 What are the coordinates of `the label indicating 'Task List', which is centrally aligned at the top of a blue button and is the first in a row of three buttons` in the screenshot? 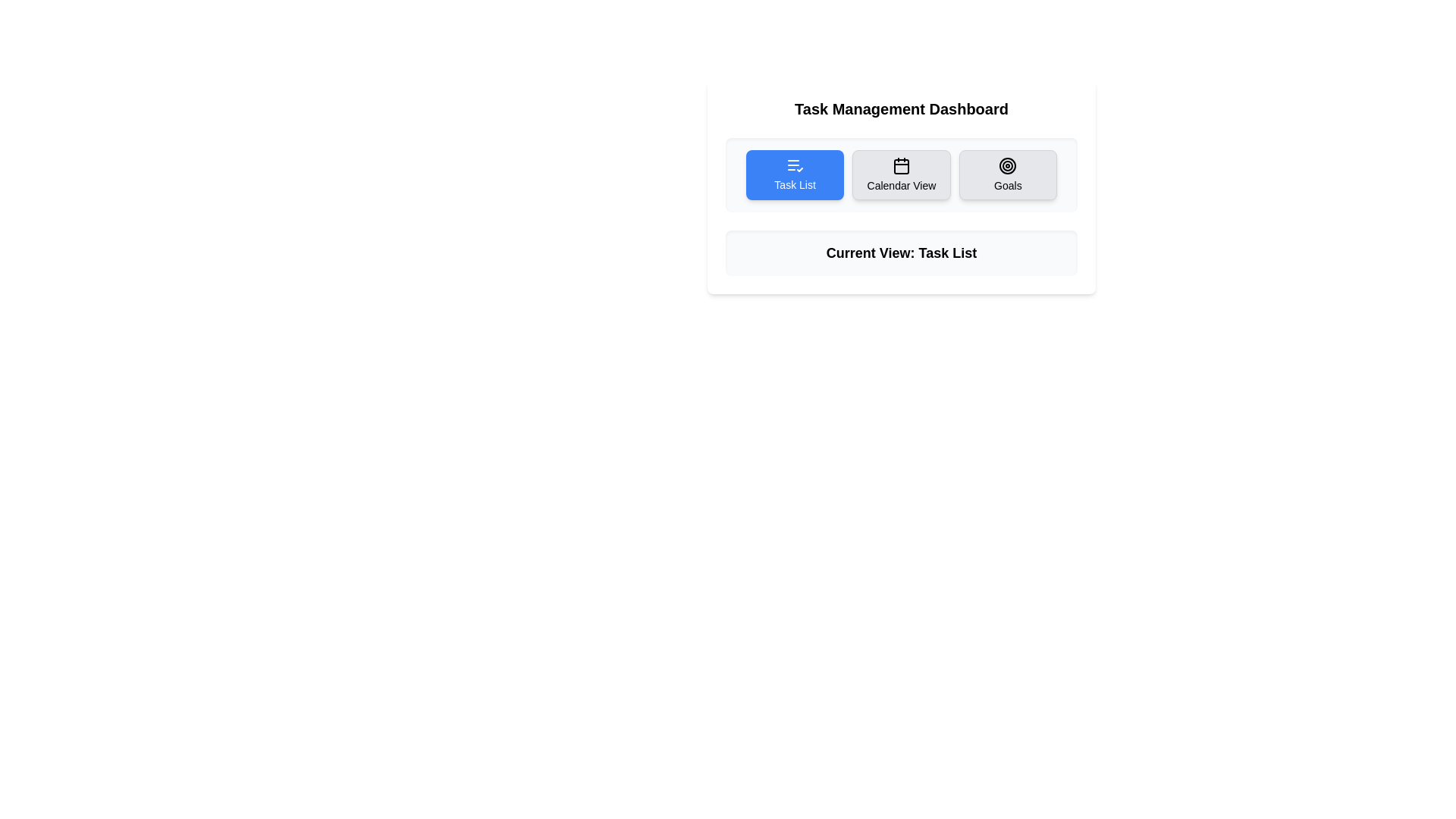 It's located at (794, 184).